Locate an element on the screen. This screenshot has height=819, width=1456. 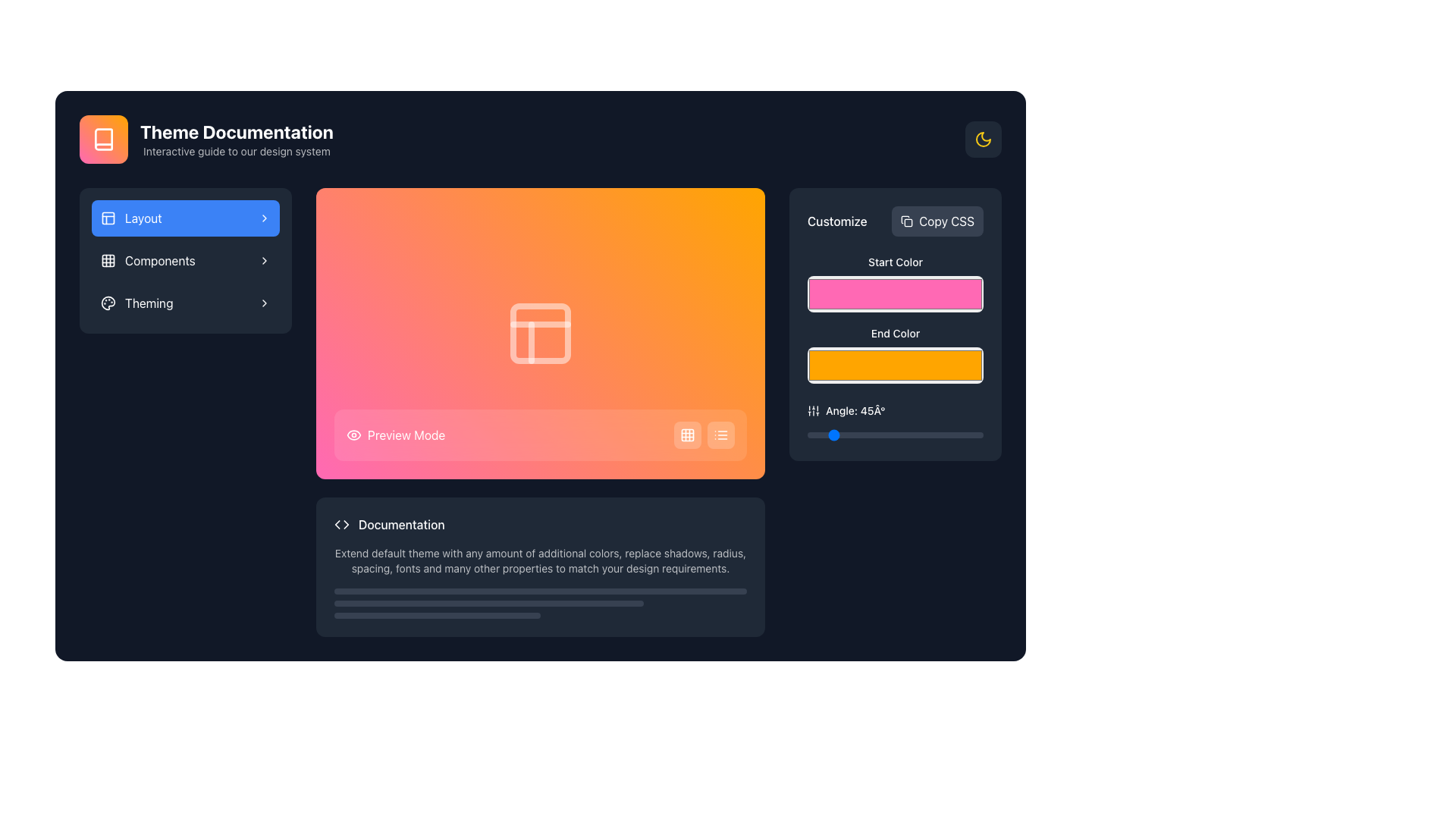
the slider value is located at coordinates (811, 435).